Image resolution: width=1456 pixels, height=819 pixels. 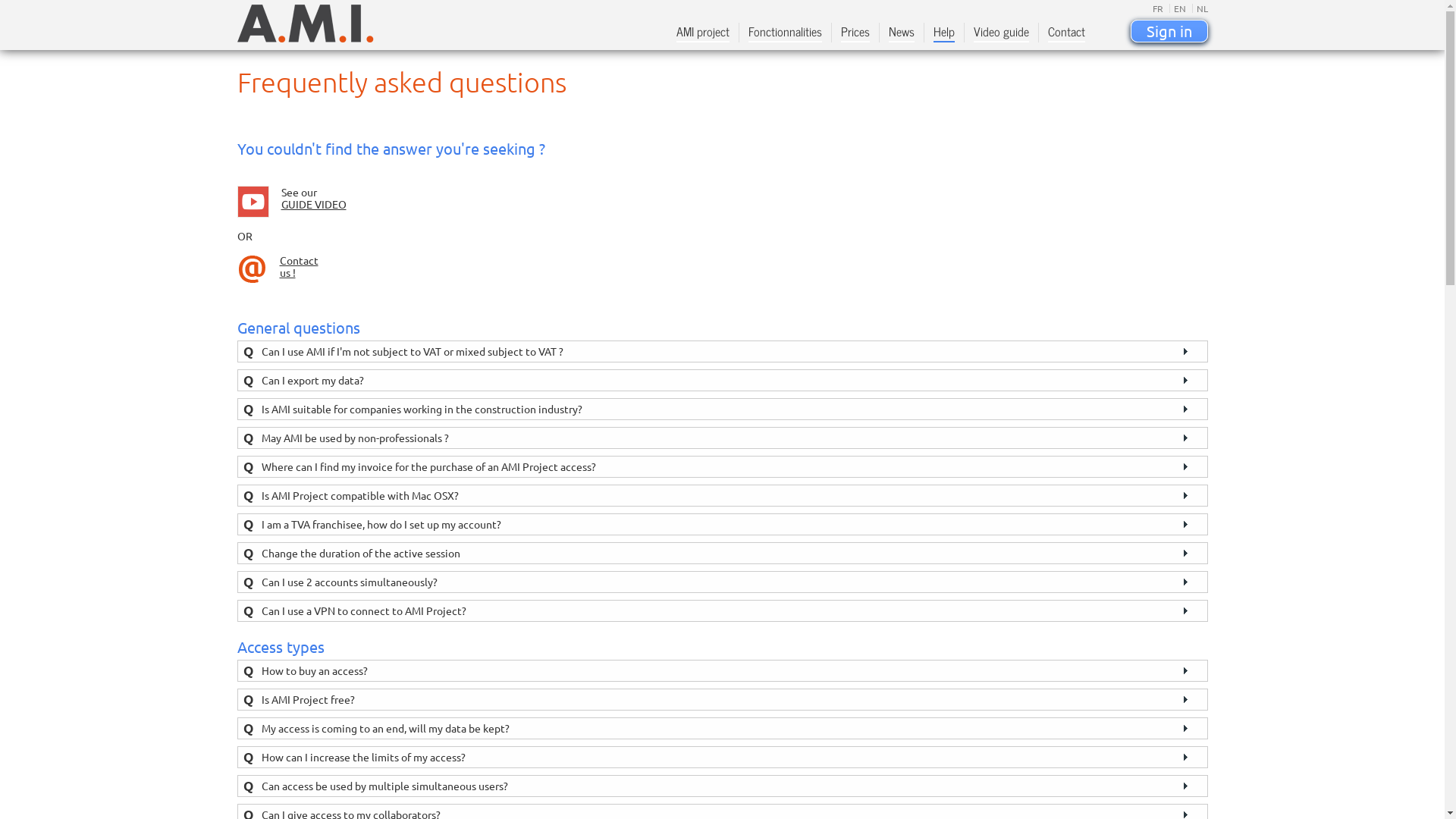 I want to click on 'Q Can access be used by multiple simultaneous users?', so click(x=720, y=785).